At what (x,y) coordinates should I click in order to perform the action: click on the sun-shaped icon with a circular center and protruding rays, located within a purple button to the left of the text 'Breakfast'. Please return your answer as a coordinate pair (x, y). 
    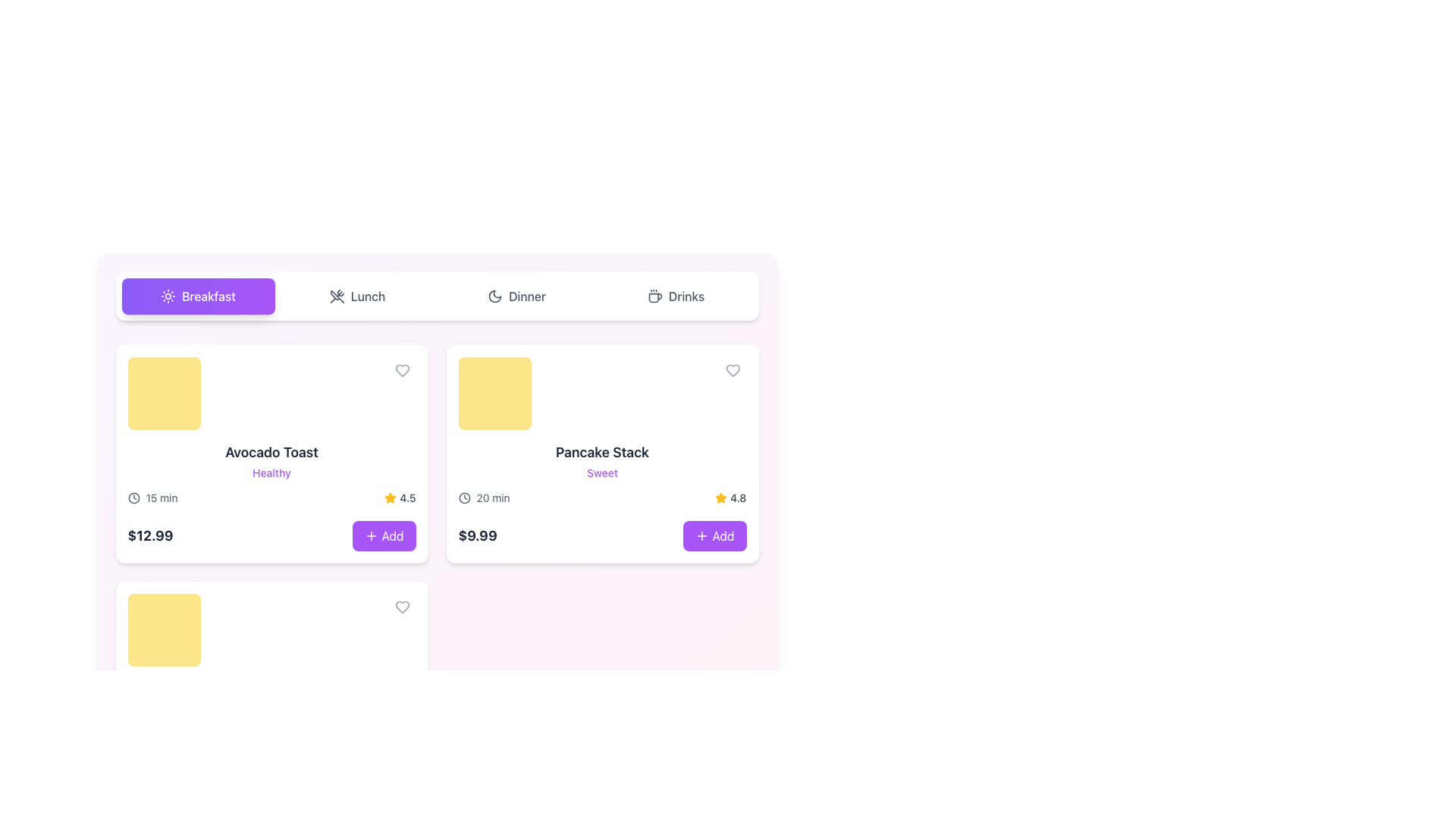
    Looking at the image, I should click on (168, 296).